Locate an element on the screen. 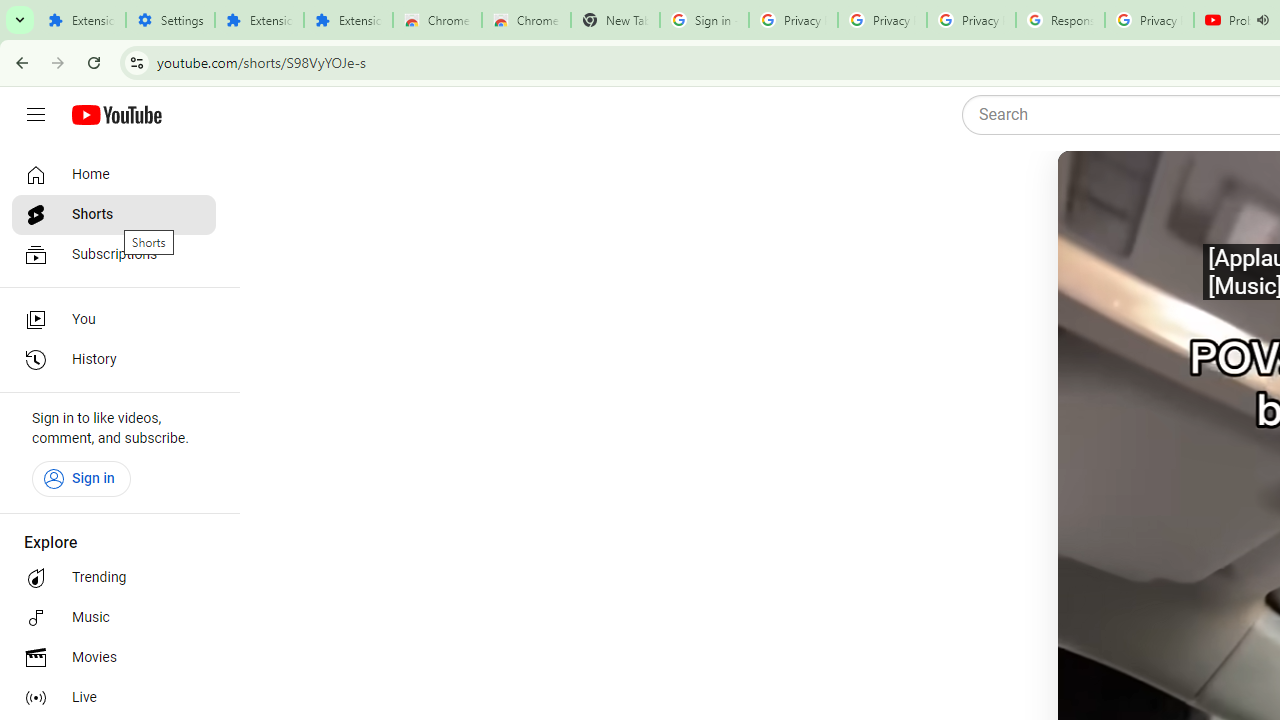  'YouTube Home' is located at coordinates (115, 115).